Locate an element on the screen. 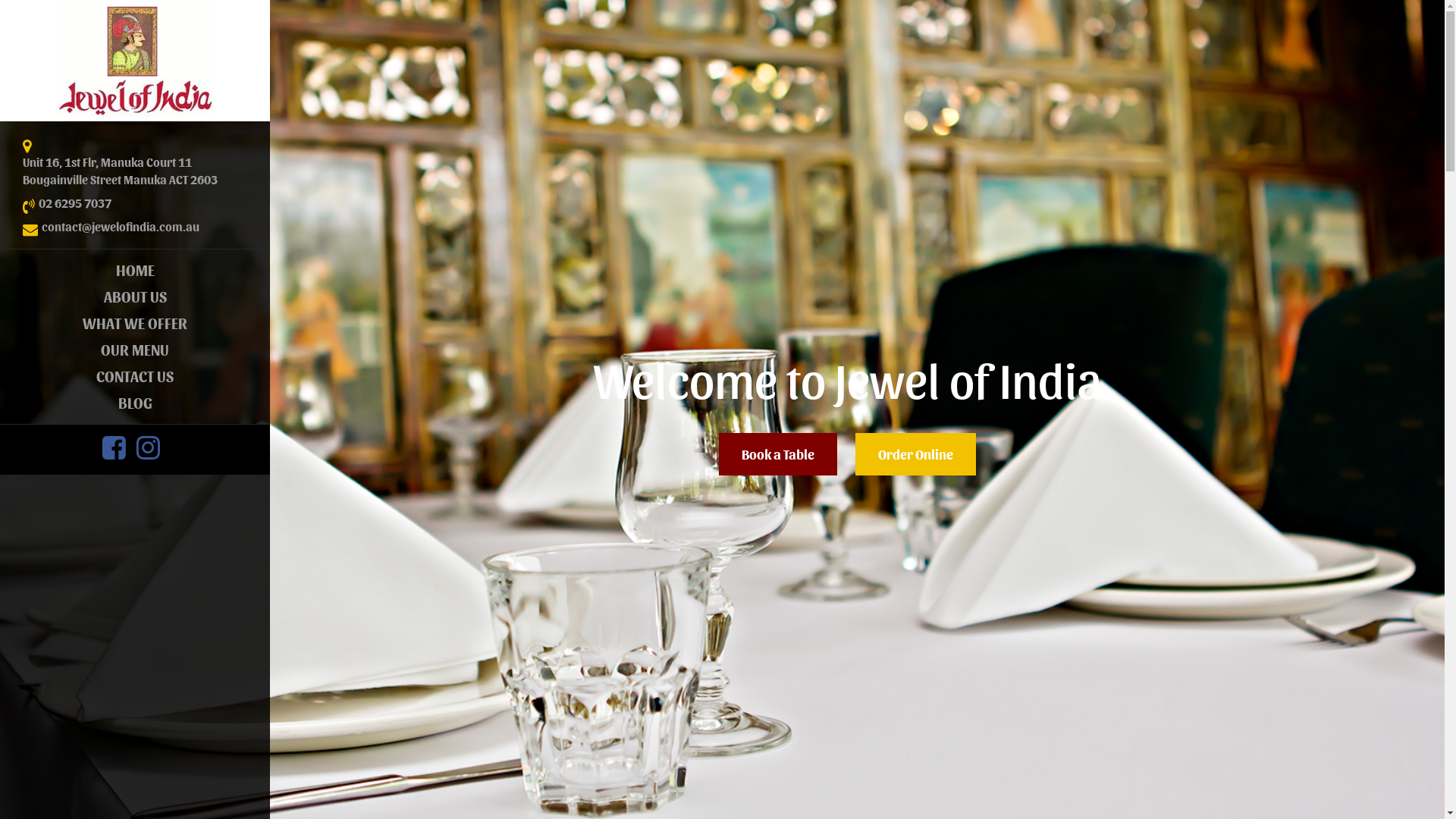  'Book a Table' is located at coordinates (778, 453).